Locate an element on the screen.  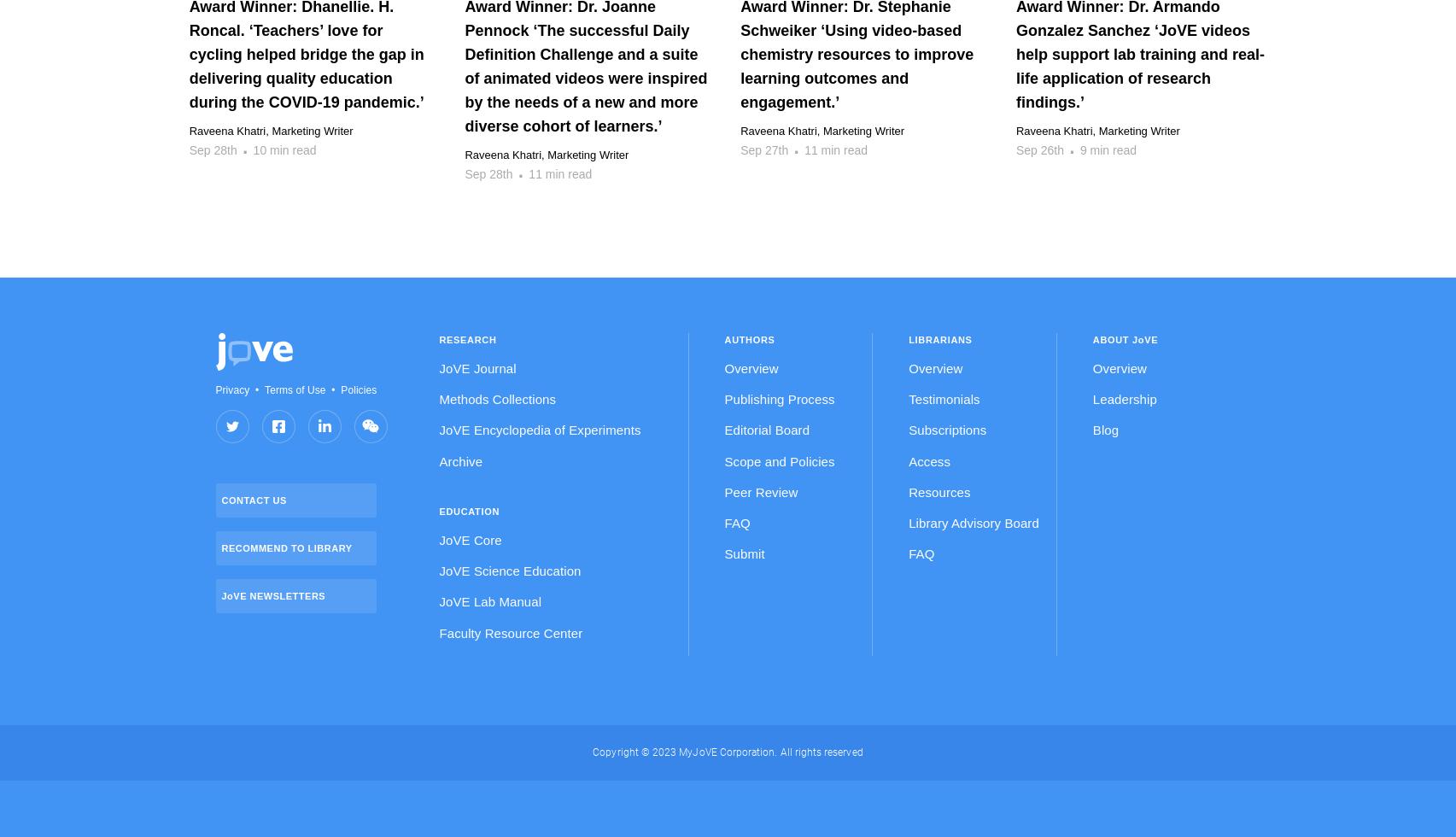
'JoVE NEWSLETTERS' is located at coordinates (272, 594).